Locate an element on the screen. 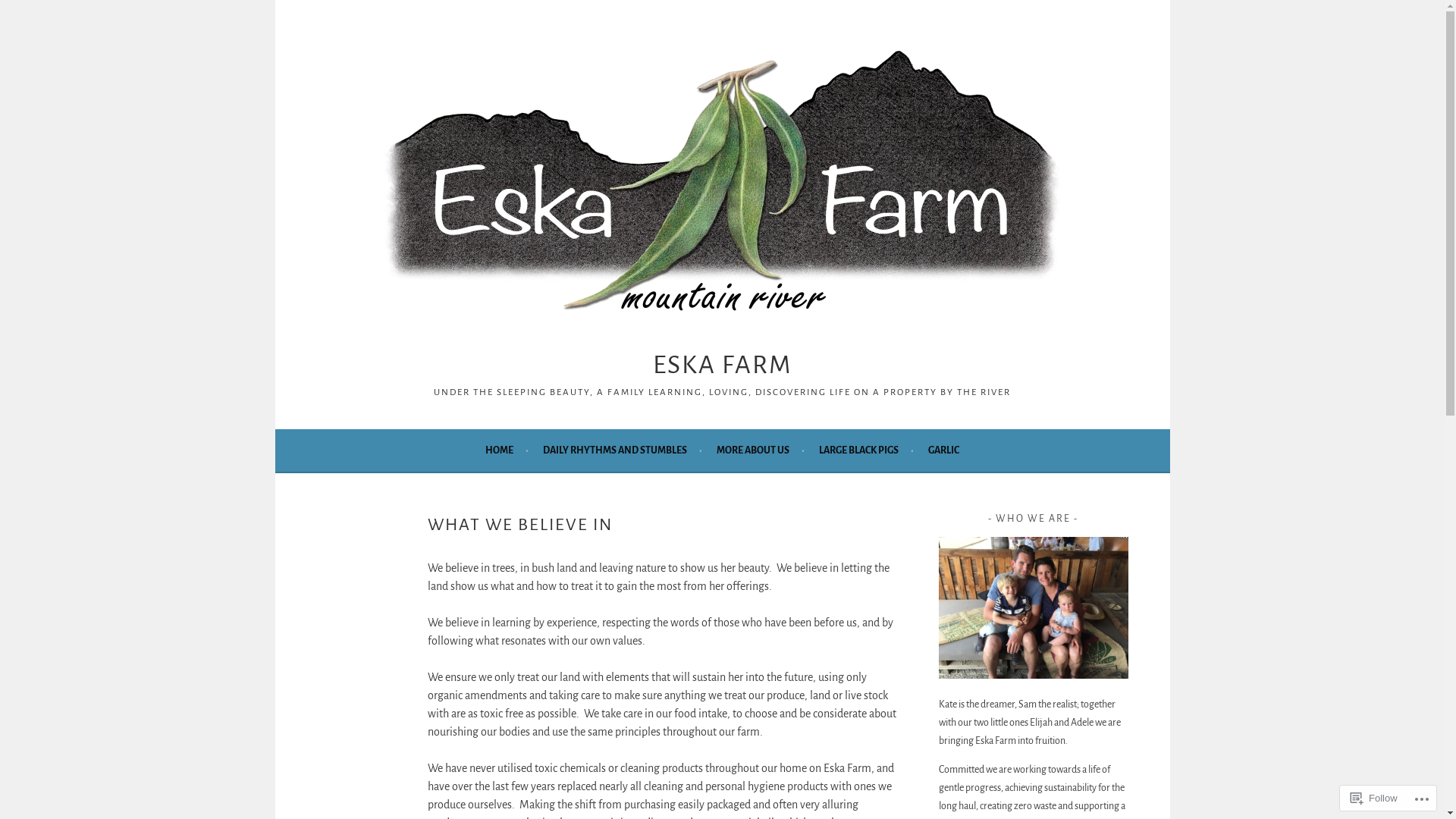 The height and width of the screenshot is (819, 1456). 'ESKA FARM' is located at coordinates (721, 365).